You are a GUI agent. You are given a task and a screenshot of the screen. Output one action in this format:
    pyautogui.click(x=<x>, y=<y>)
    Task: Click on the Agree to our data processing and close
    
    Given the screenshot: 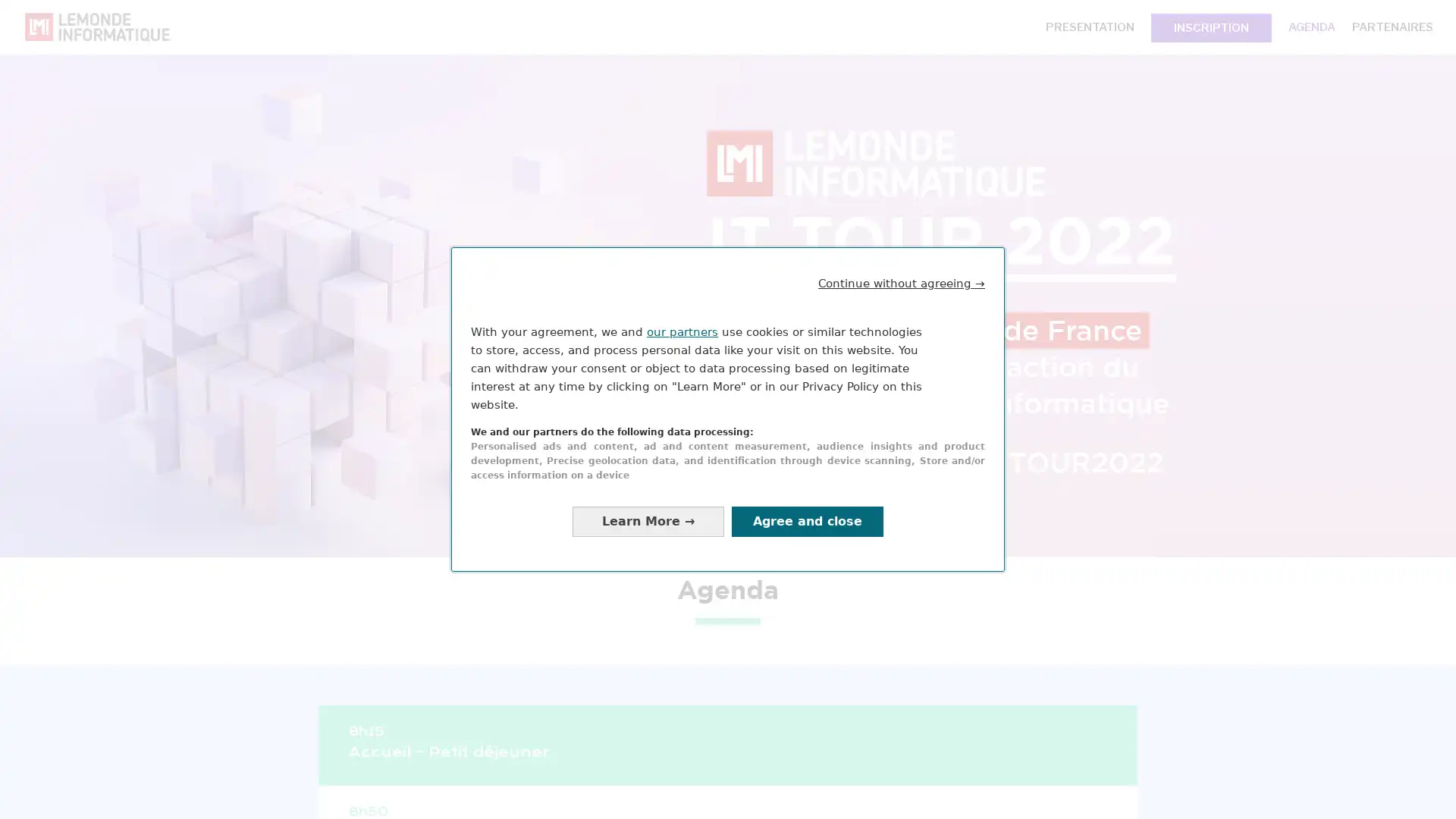 What is the action you would take?
    pyautogui.click(x=807, y=520)
    